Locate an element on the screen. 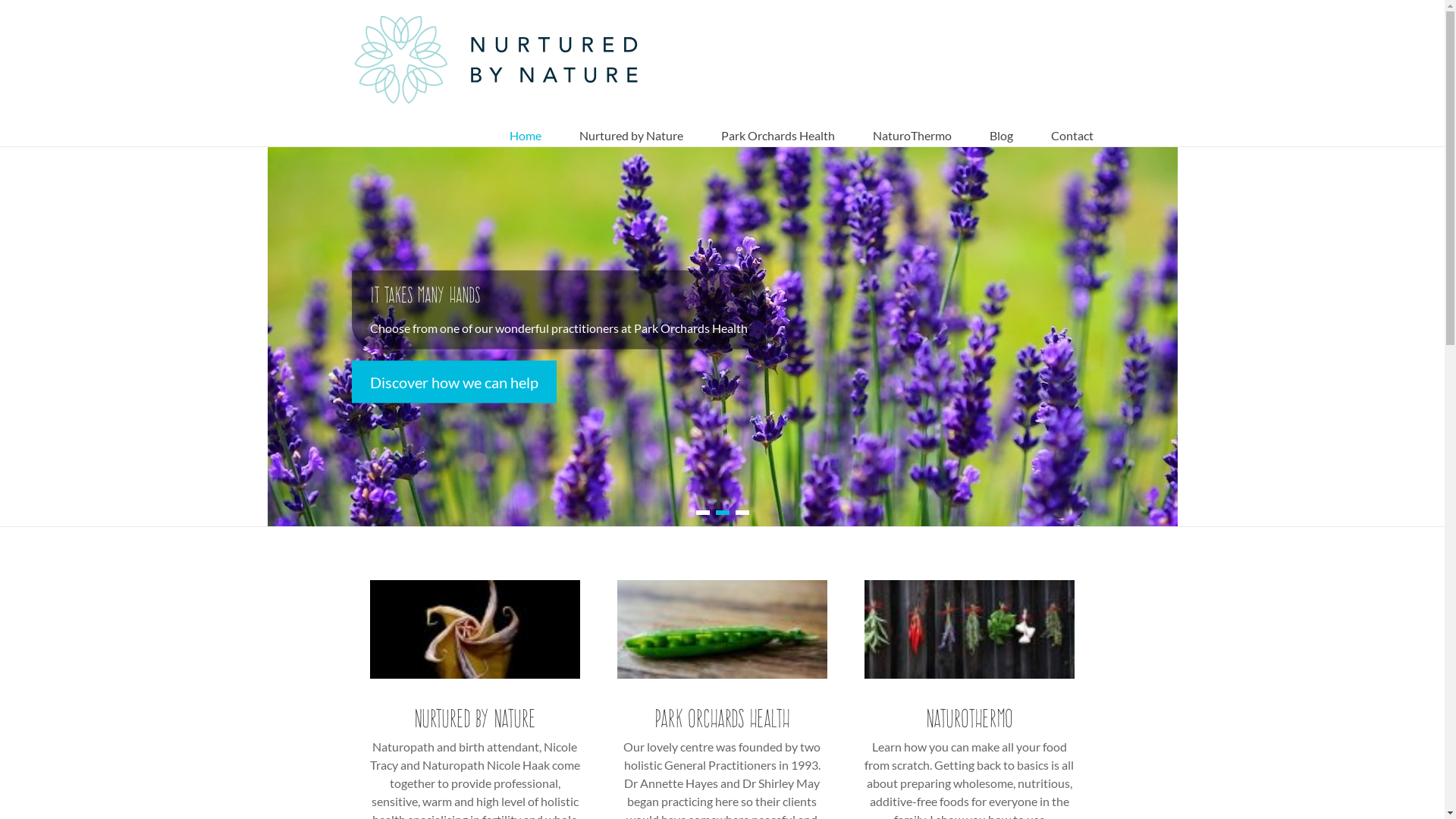 This screenshot has height=819, width=1456. 'NaturoThermo' is located at coordinates (924, 717).